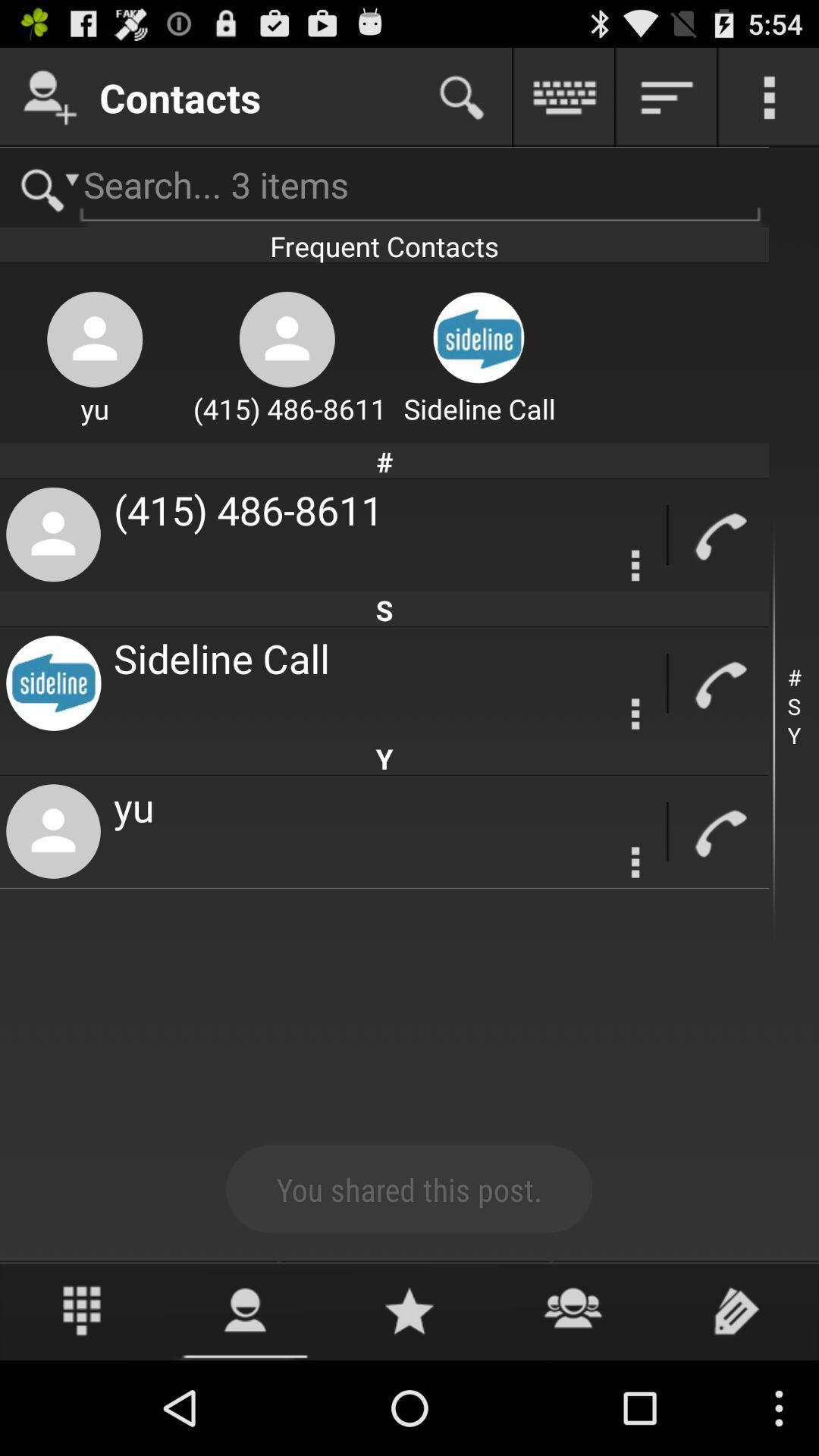 The height and width of the screenshot is (1456, 819). What do you see at coordinates (718, 535) in the screenshot?
I see `call this contact` at bounding box center [718, 535].